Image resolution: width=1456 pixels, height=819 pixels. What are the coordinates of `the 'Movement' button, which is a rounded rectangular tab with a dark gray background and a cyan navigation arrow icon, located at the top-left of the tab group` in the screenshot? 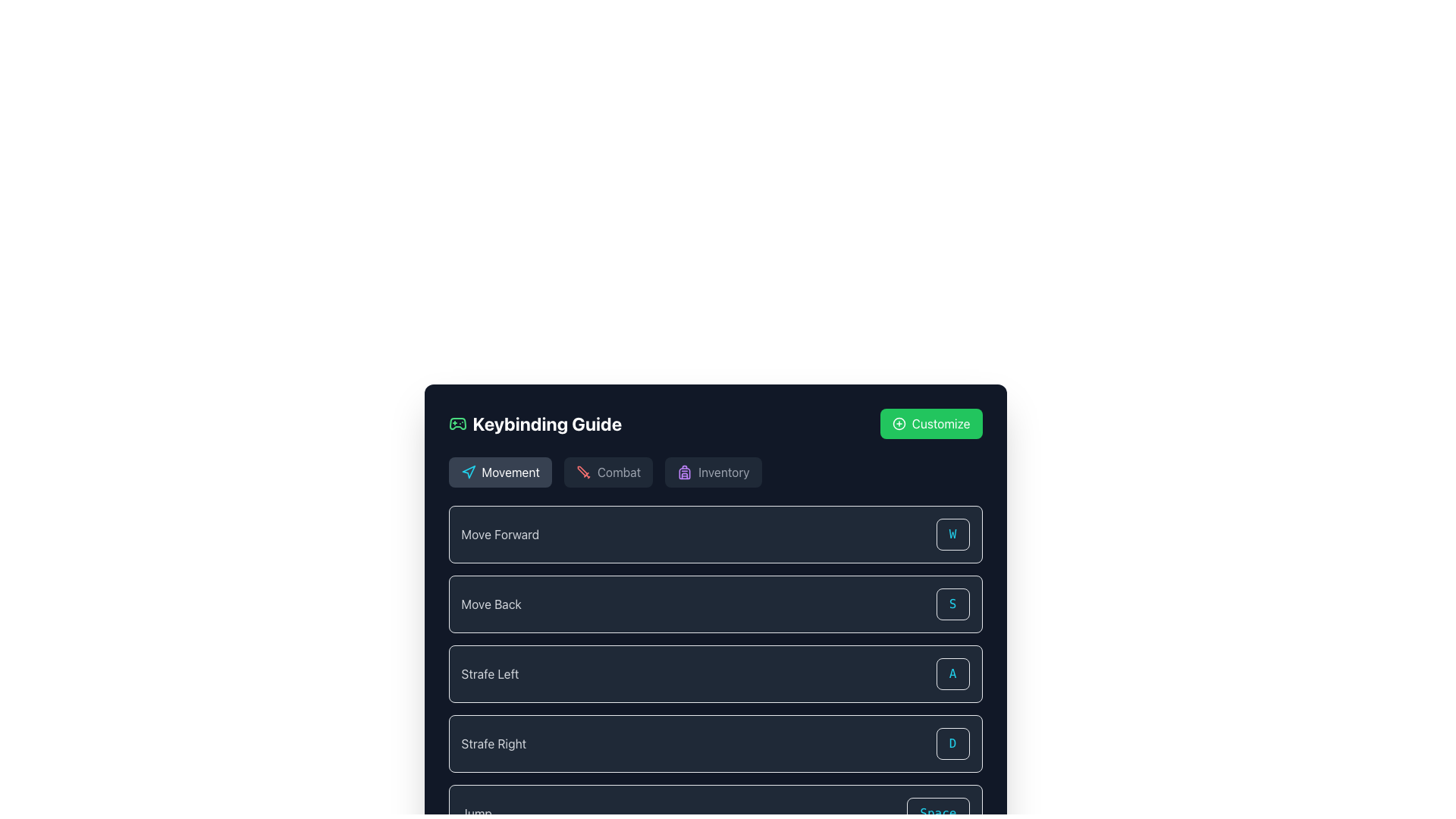 It's located at (500, 472).